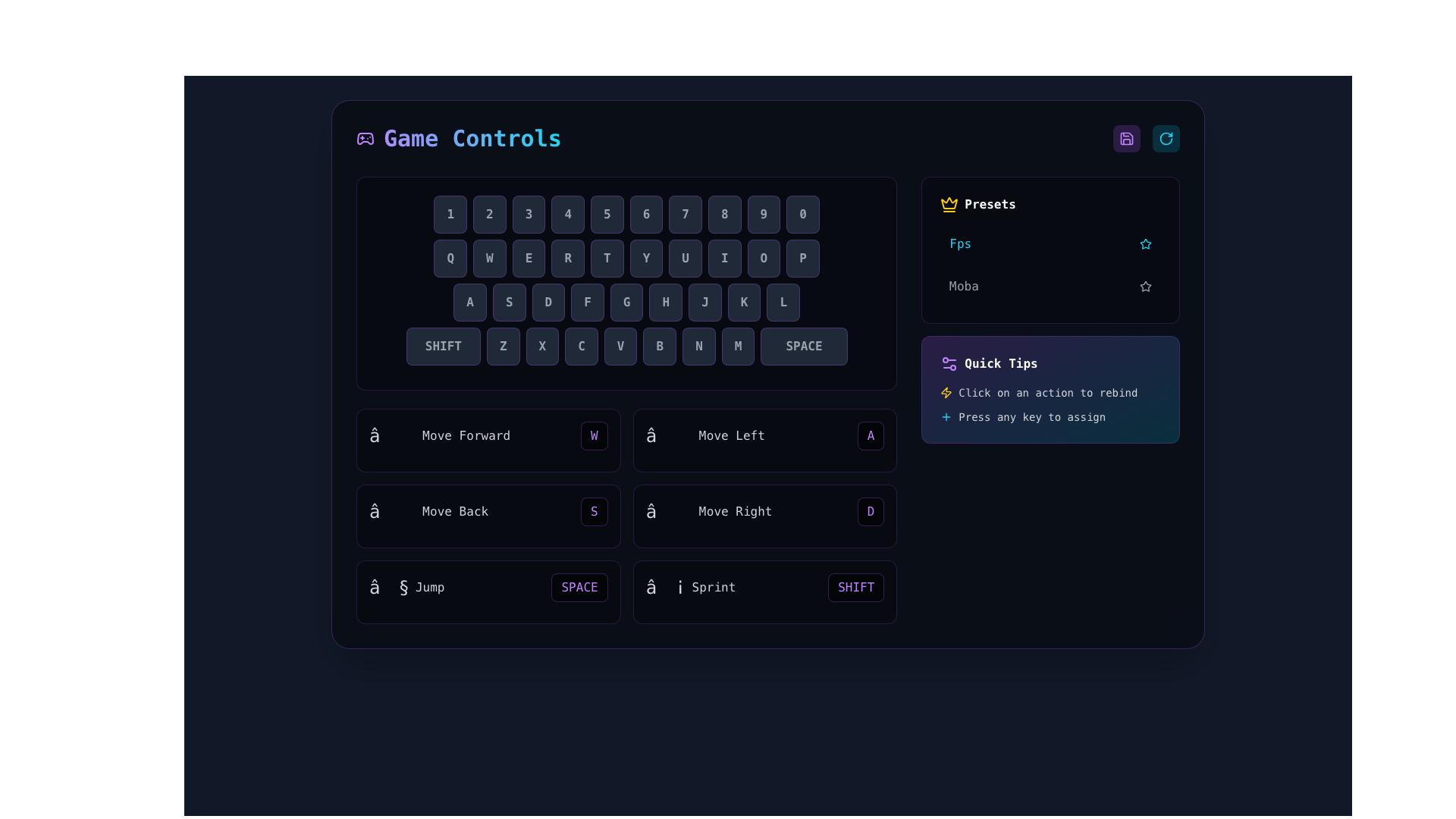 This screenshot has height=819, width=1456. Describe the element at coordinates (529, 214) in the screenshot. I see `the button representing the number '3' in the virtual keyboard interface, which is positioned between the buttons labeled '2' and '4'` at that location.